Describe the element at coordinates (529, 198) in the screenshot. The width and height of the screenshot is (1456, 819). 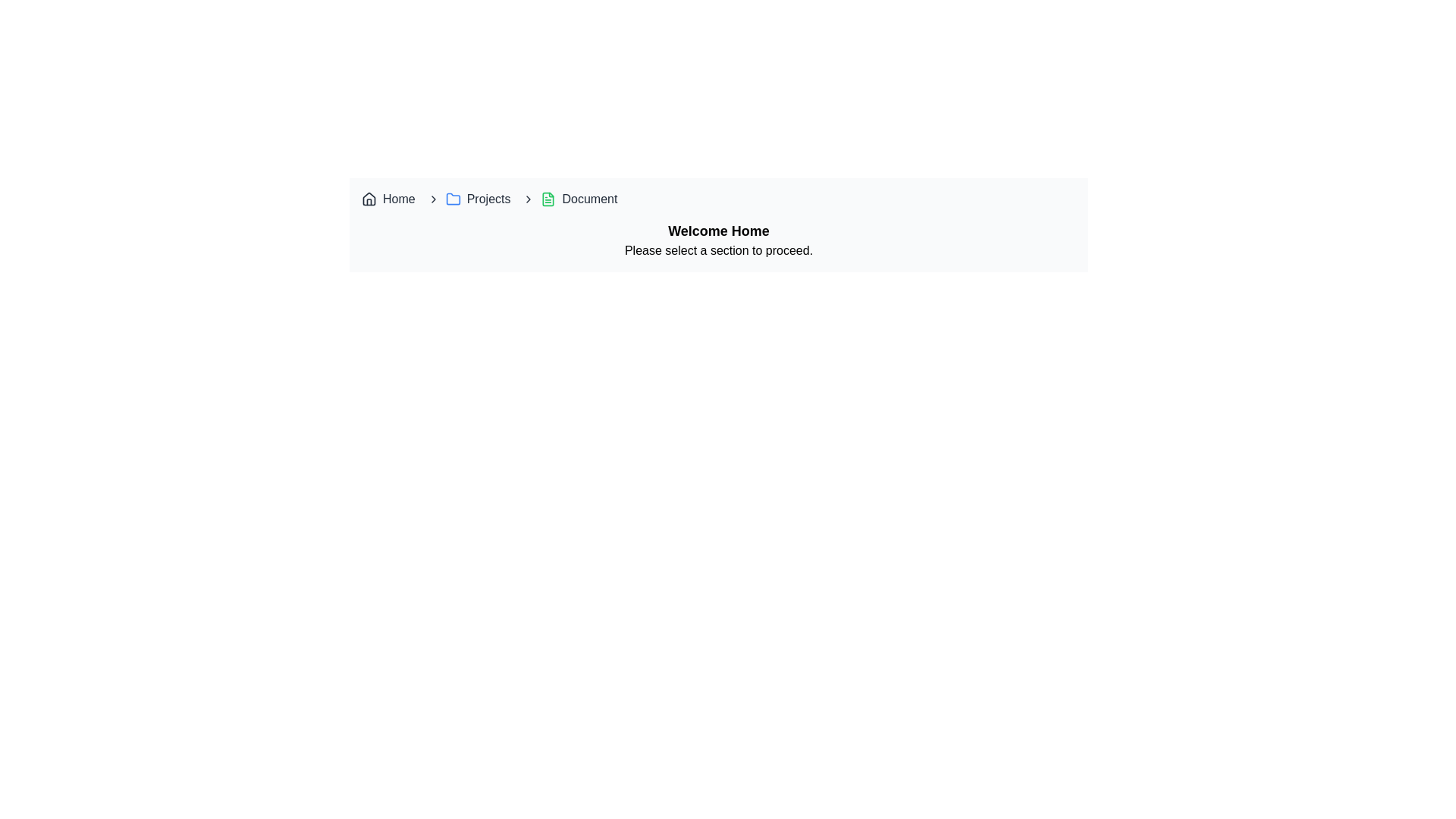
I see `third chevron SVG icon in the breadcrumb navigation UI, which indicates a transition between 'Projects' and 'Document'` at that location.